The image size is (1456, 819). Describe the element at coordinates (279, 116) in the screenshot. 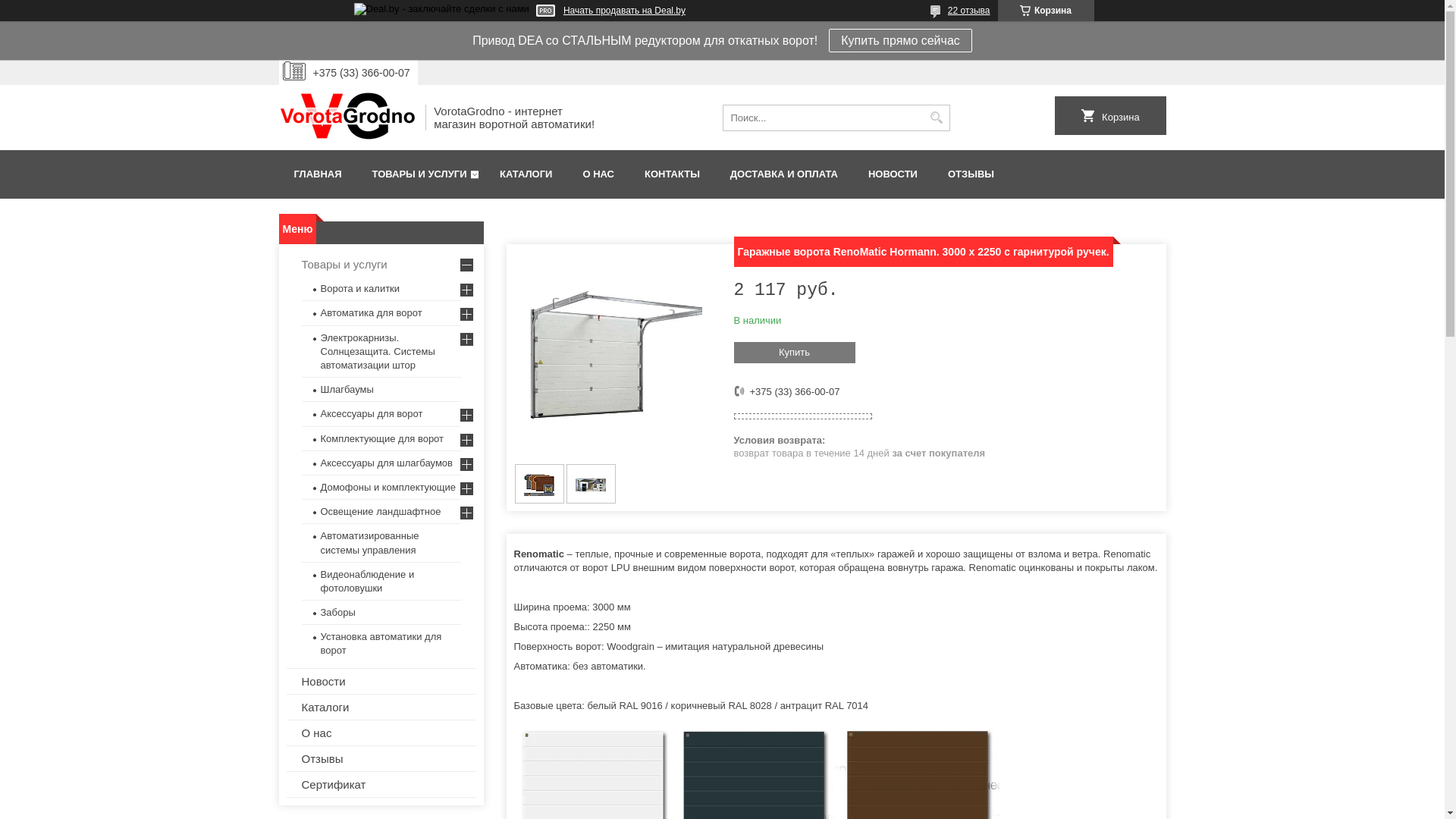

I see `'VorotaGrodno'` at that location.